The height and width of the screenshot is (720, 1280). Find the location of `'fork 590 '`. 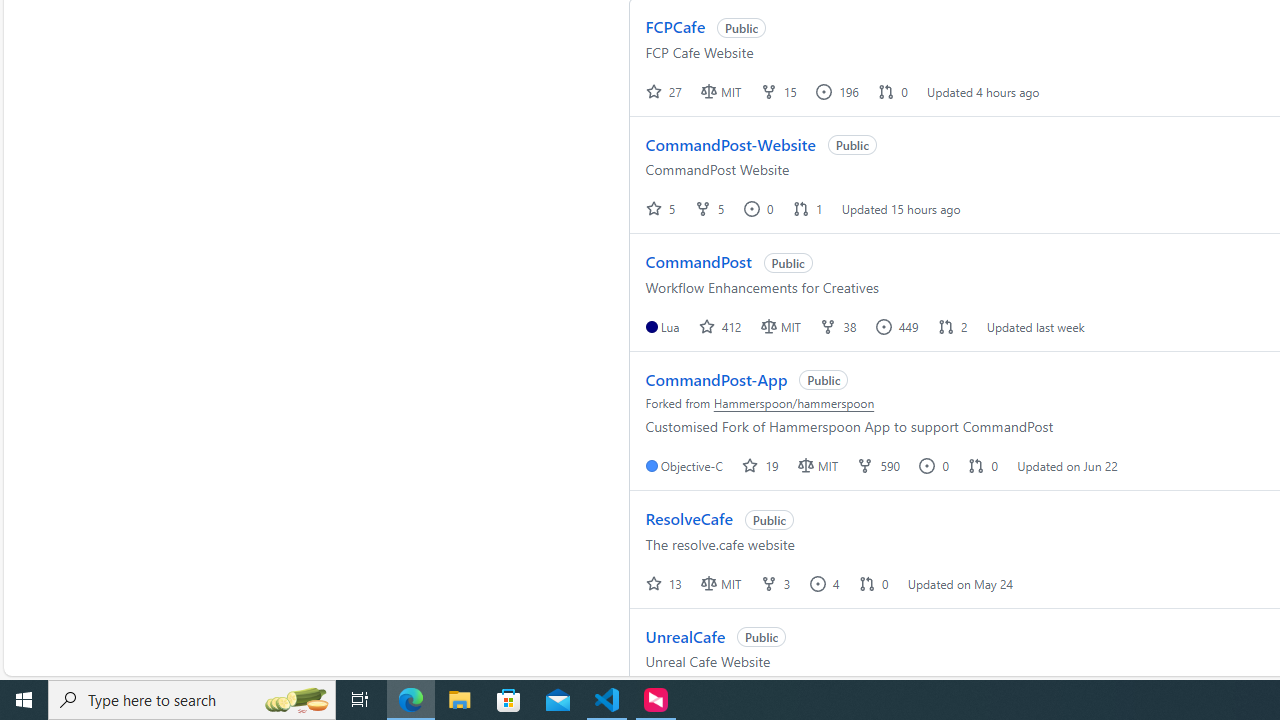

'fork 590 ' is located at coordinates (880, 465).